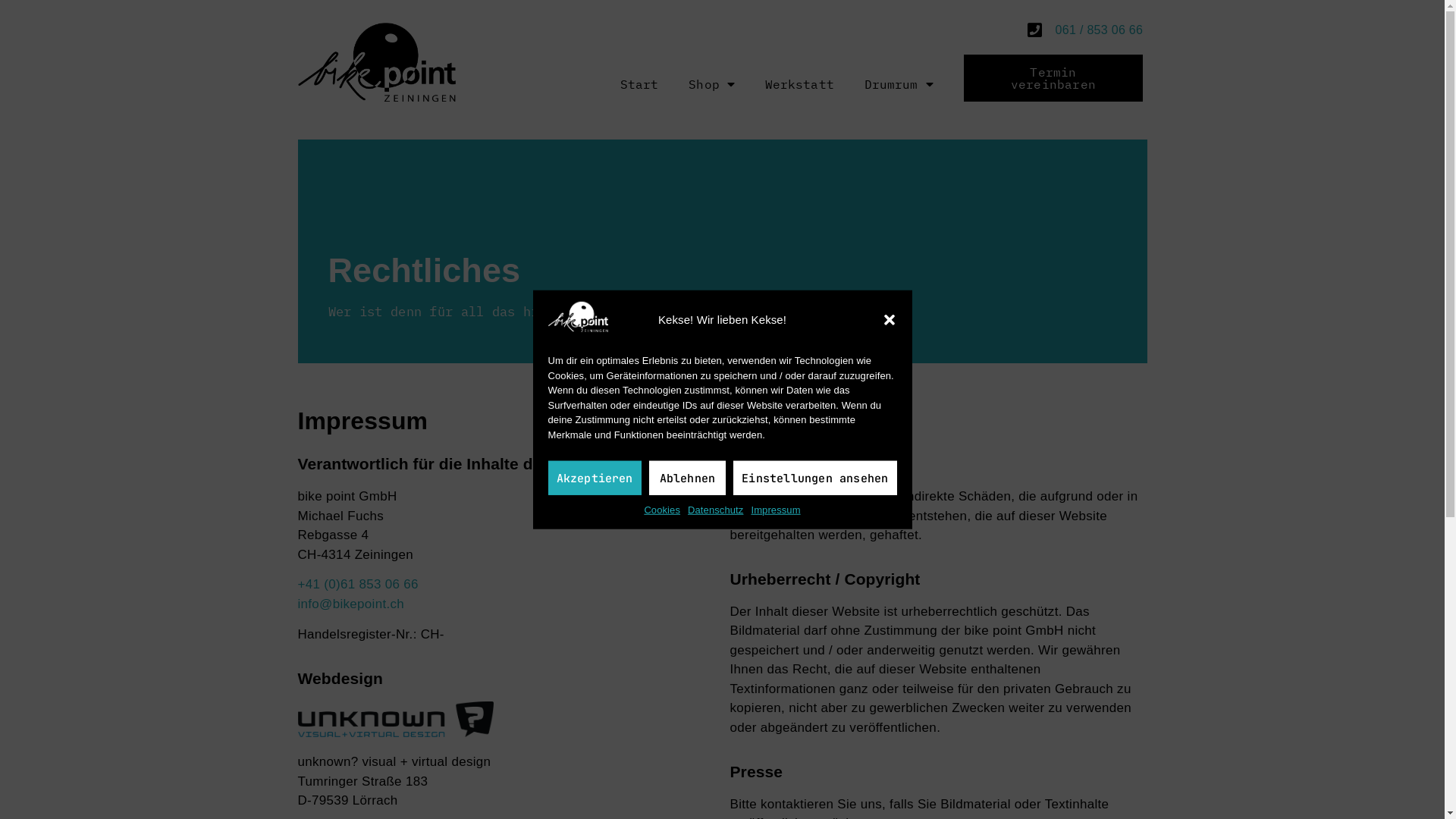  I want to click on '061 / 853 06 66', so click(1053, 30).